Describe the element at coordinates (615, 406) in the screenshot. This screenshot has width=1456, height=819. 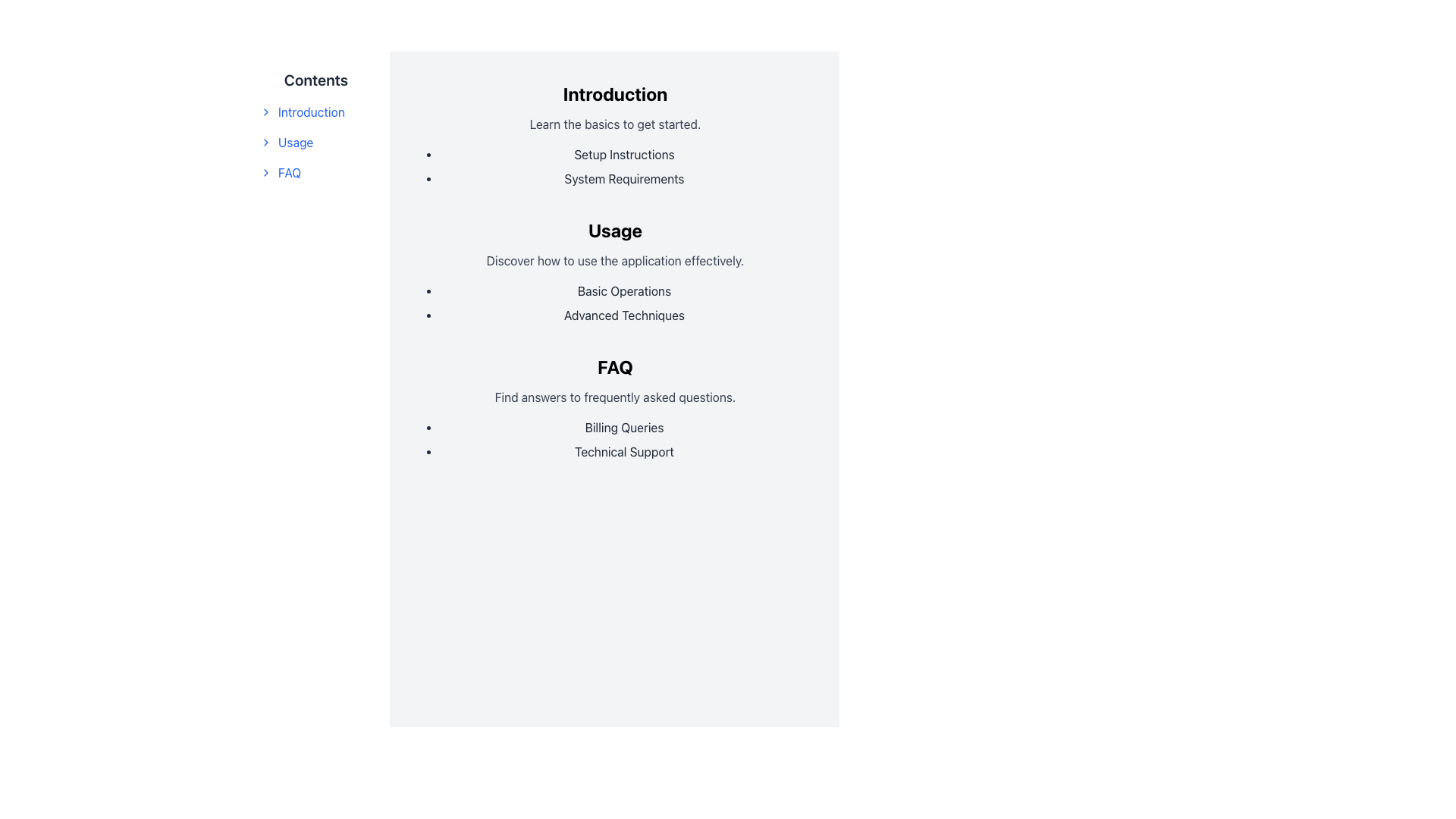
I see `the 'FAQ' content section, which features a bold title, a subtitle, and bullet points for 'Billing Queries' and 'Technical Support'` at that location.